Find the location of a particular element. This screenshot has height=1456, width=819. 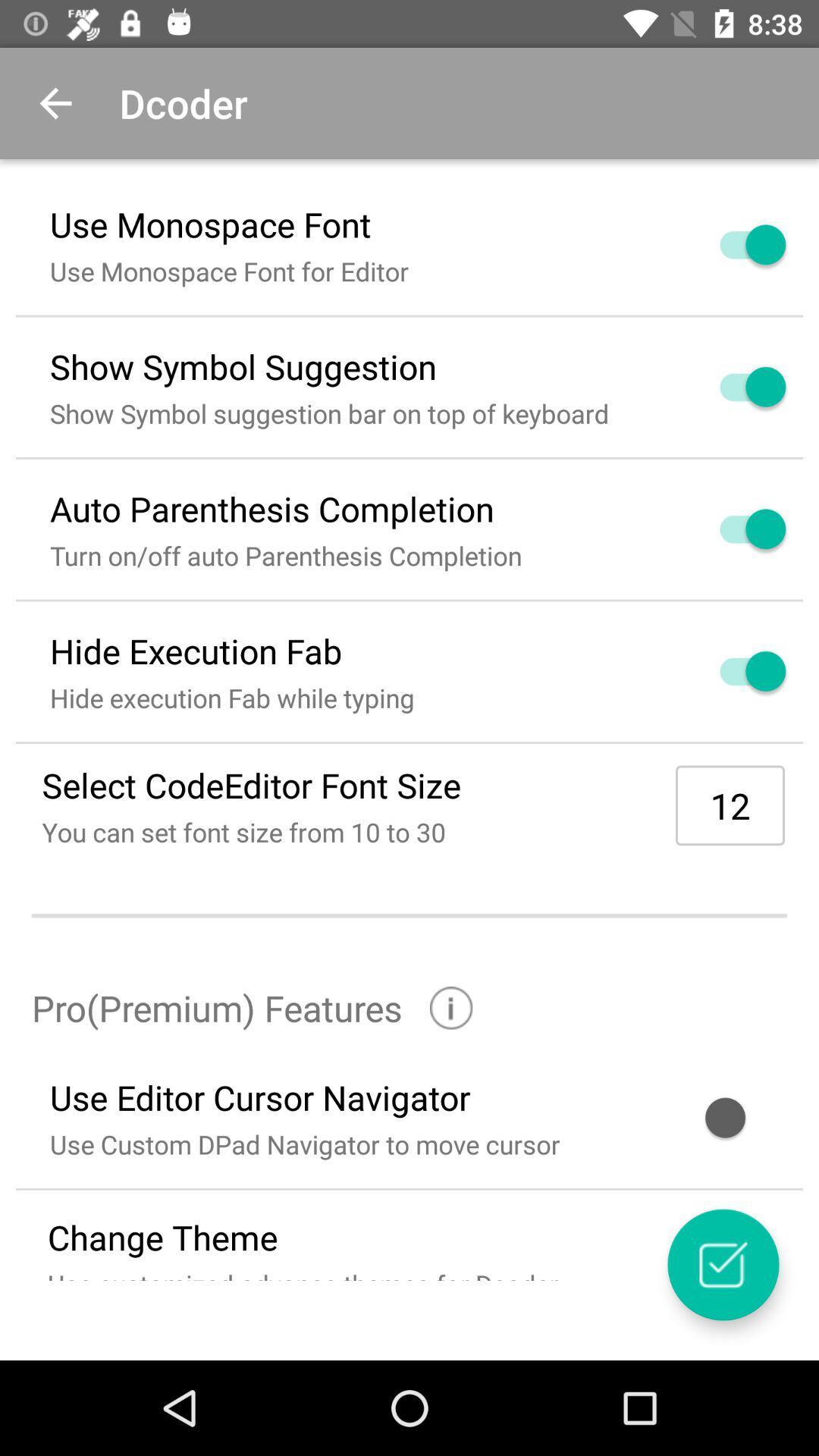

icon to the right of the select codeeditor font item is located at coordinates (730, 805).